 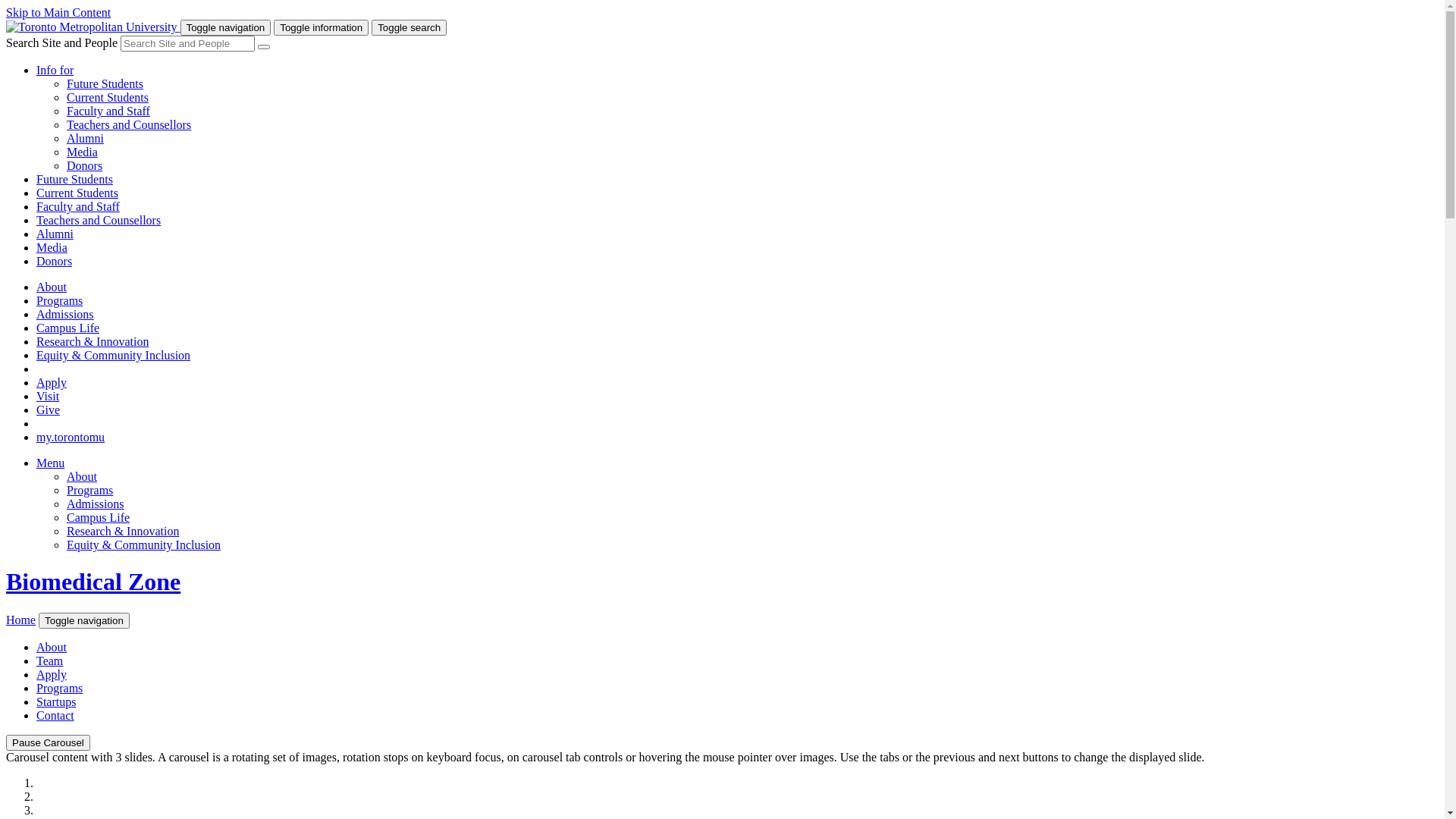 What do you see at coordinates (49, 660) in the screenshot?
I see `'Team'` at bounding box center [49, 660].